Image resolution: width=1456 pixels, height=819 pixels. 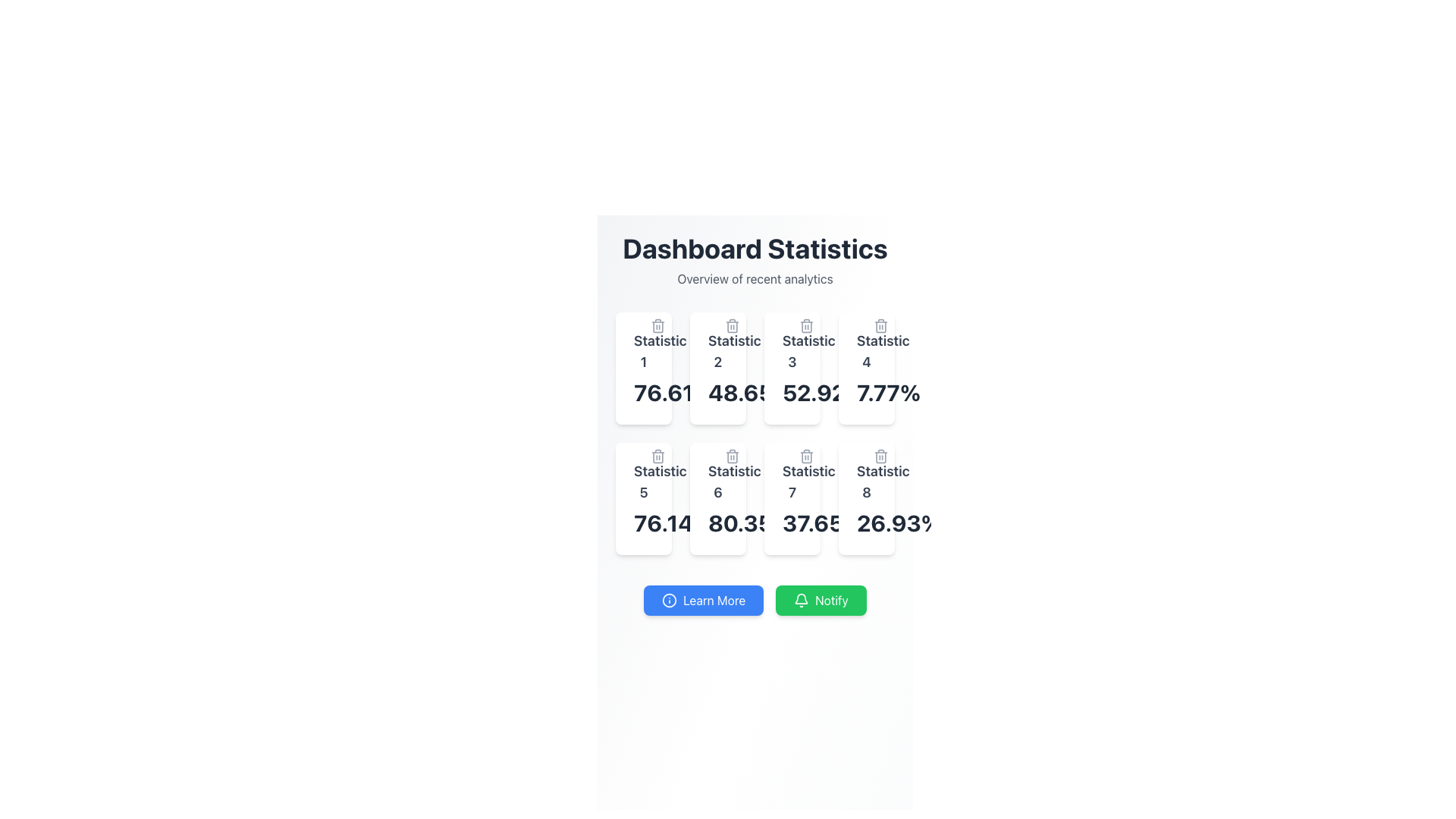 What do you see at coordinates (732, 325) in the screenshot?
I see `the delete icon button located in the top-right corner of the 'Statistic 2' card` at bounding box center [732, 325].